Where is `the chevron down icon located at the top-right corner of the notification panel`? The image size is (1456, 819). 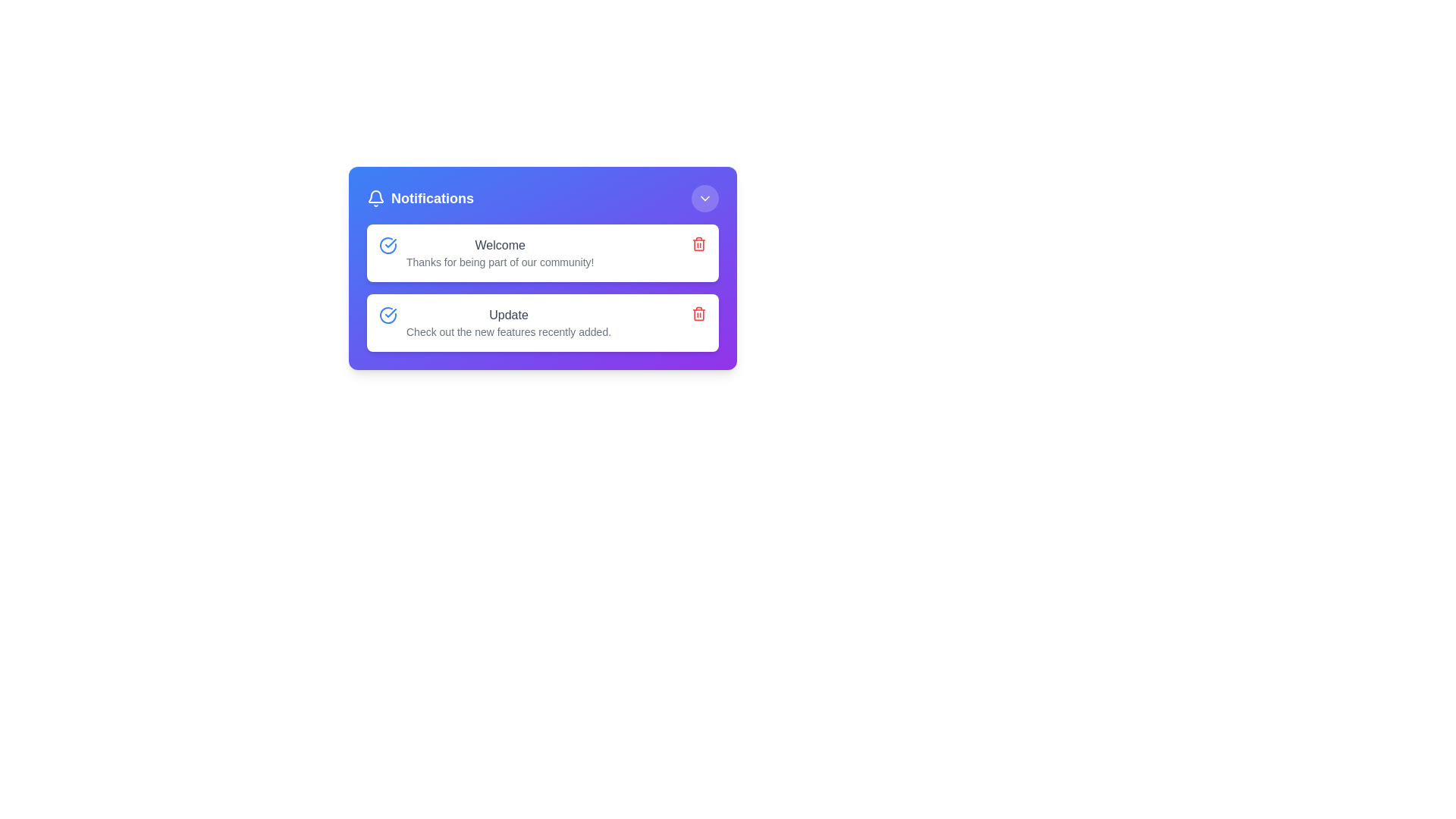
the chevron down icon located at the top-right corner of the notification panel is located at coordinates (704, 198).